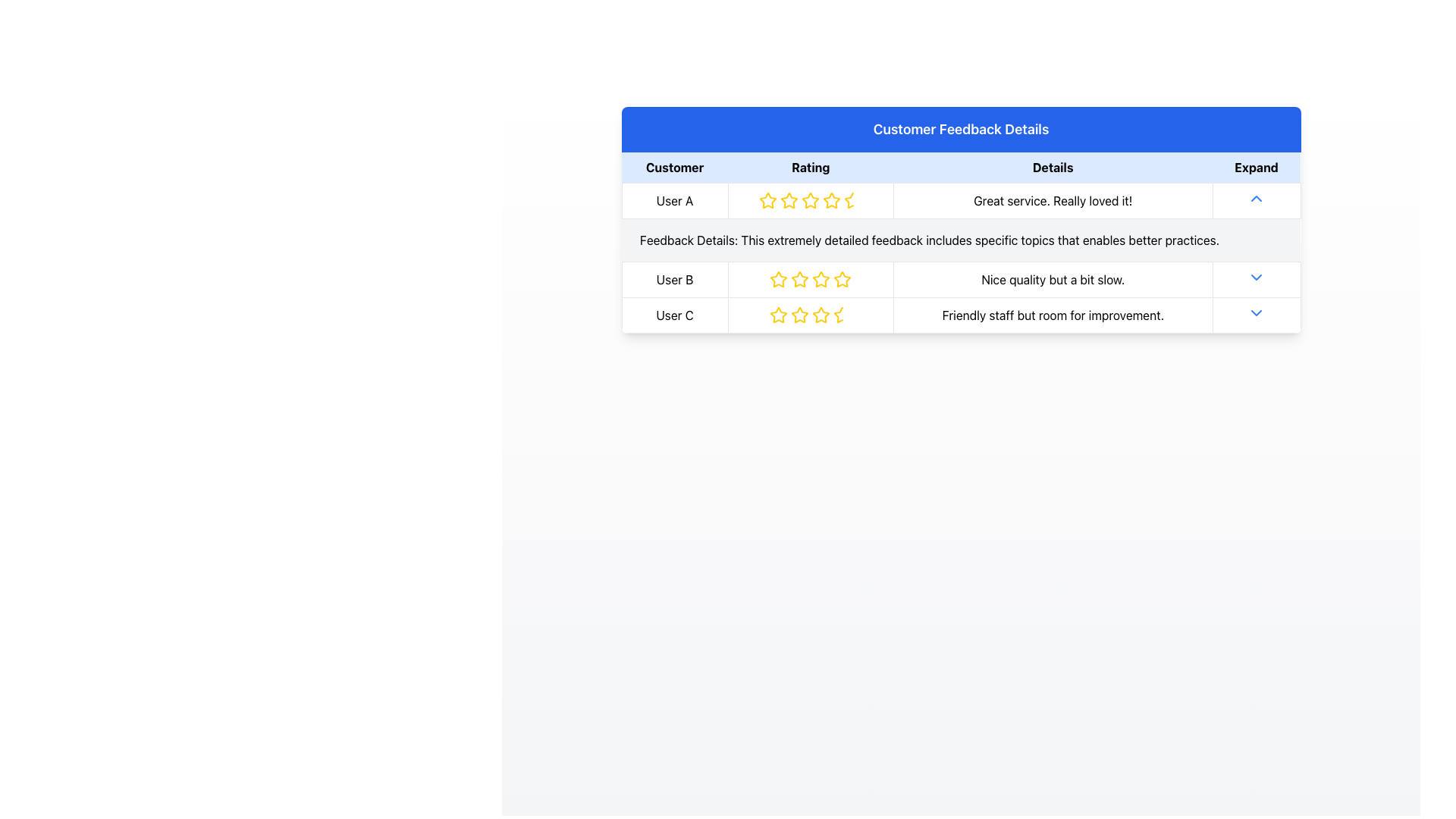 The image size is (1456, 819). I want to click on the 'Details' header label in the table to sort or interact with the corresponding column, so click(1052, 168).